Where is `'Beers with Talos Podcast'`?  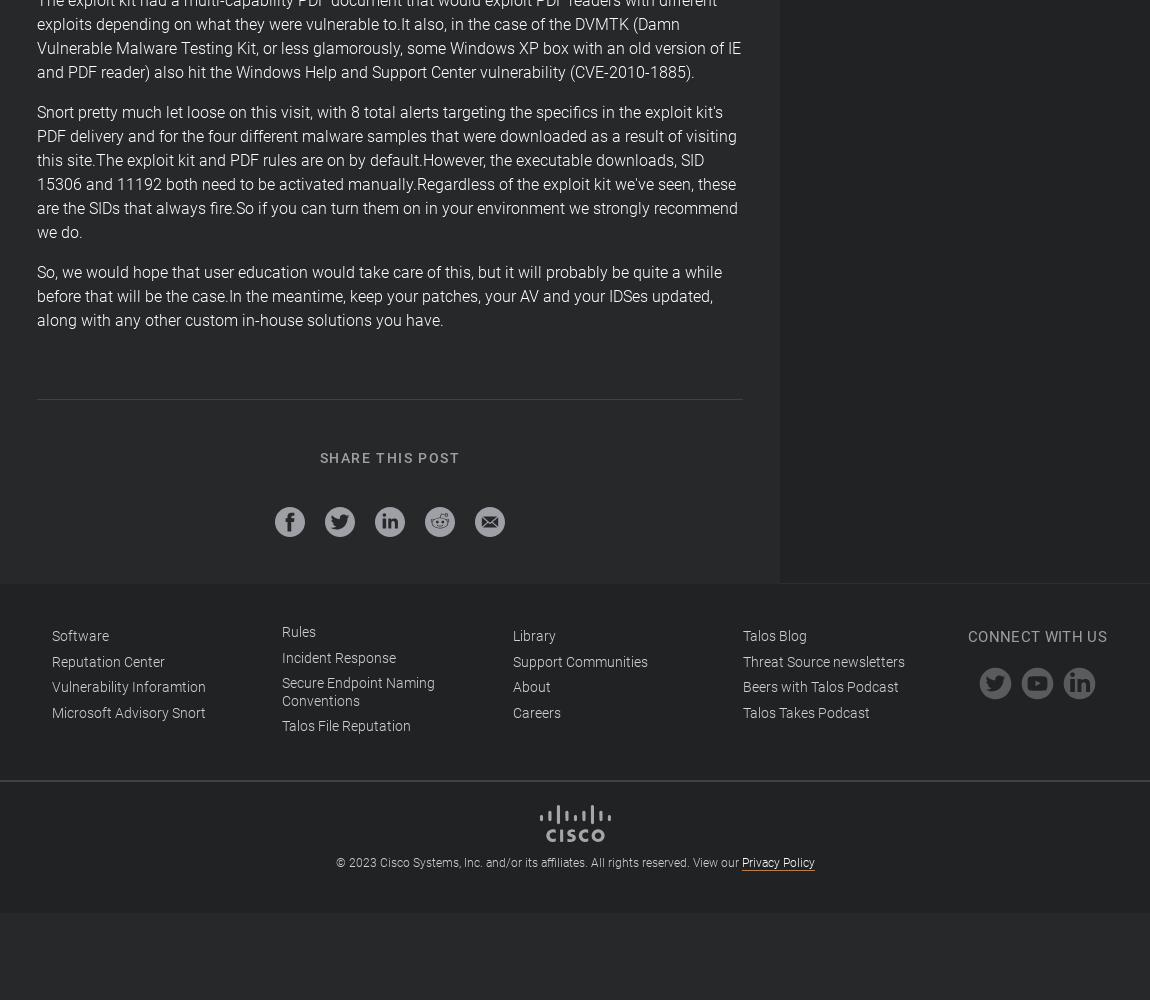 'Beers with Talos Podcast' is located at coordinates (818, 687).